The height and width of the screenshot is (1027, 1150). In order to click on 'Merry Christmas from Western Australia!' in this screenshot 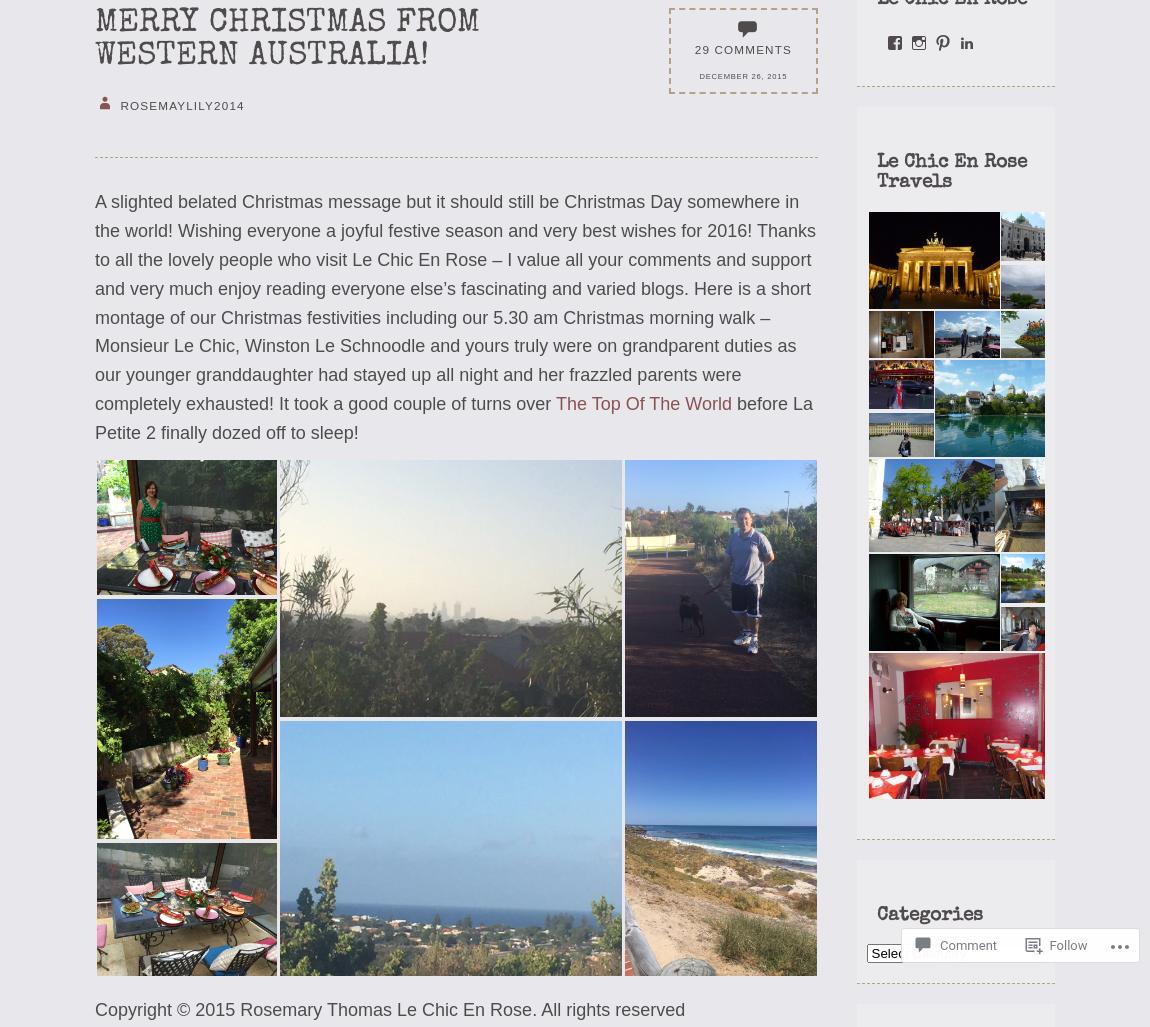, I will do `click(286, 39)`.